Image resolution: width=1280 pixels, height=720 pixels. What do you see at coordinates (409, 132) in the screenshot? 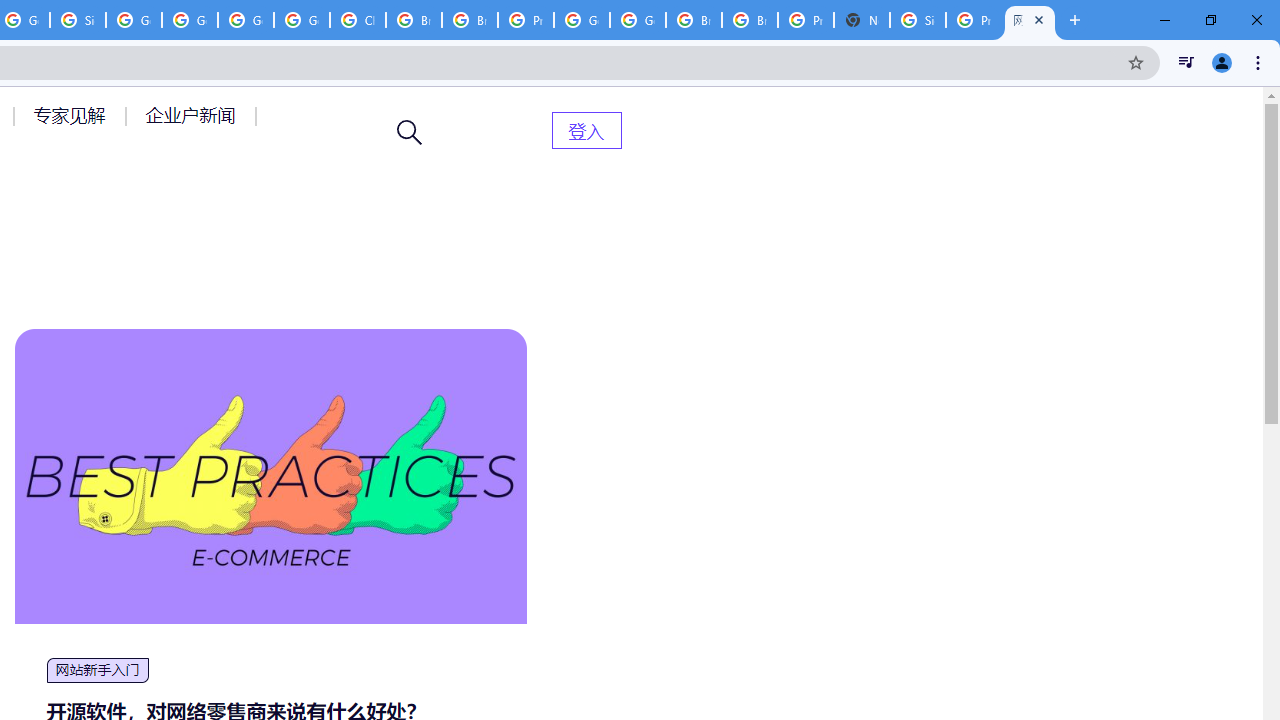
I see `'Open search form'` at bounding box center [409, 132].